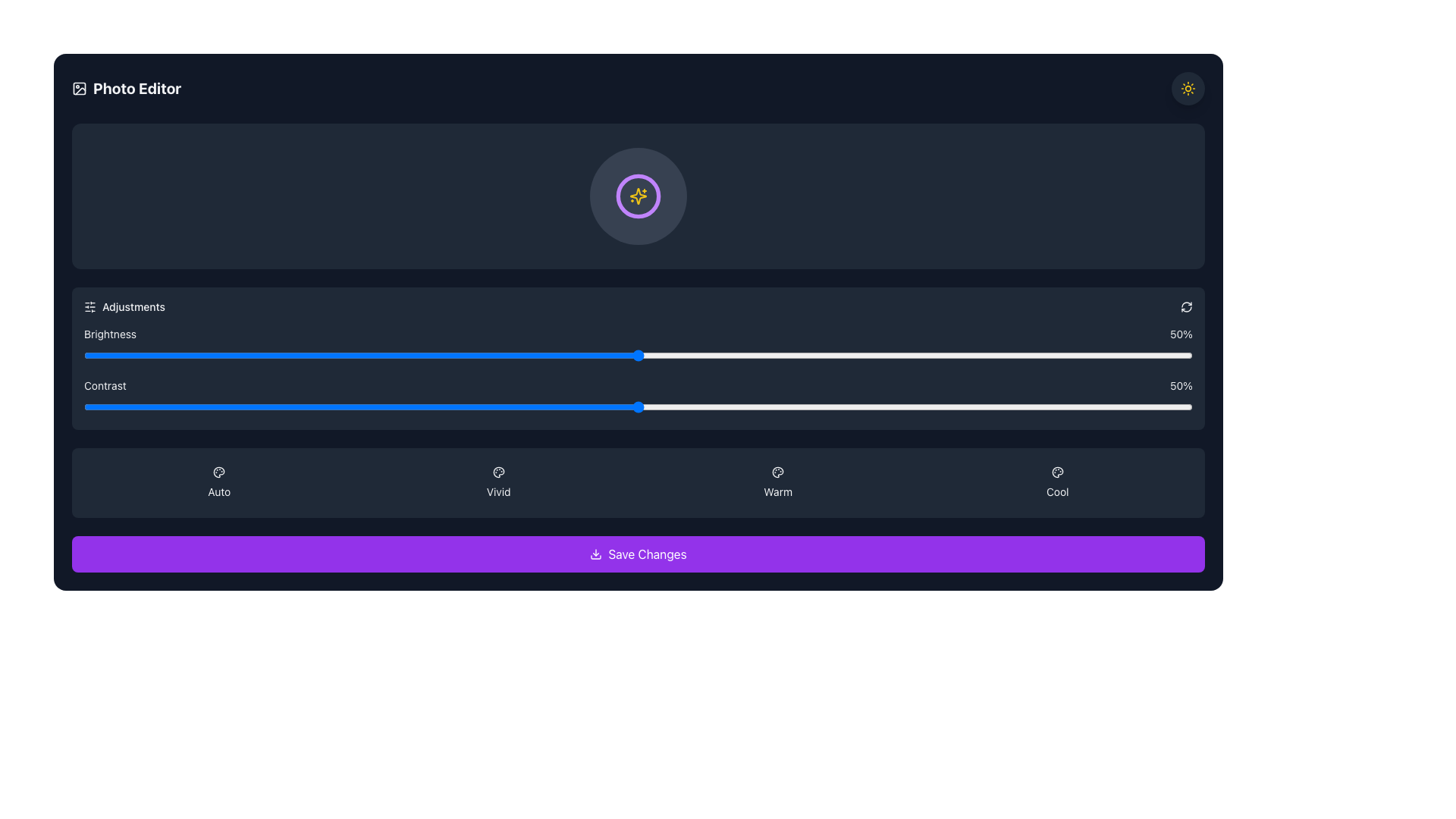 This screenshot has height=819, width=1456. I want to click on the painter's palette icon button located in the bottom-right corner of the toolbar, so click(1056, 472).